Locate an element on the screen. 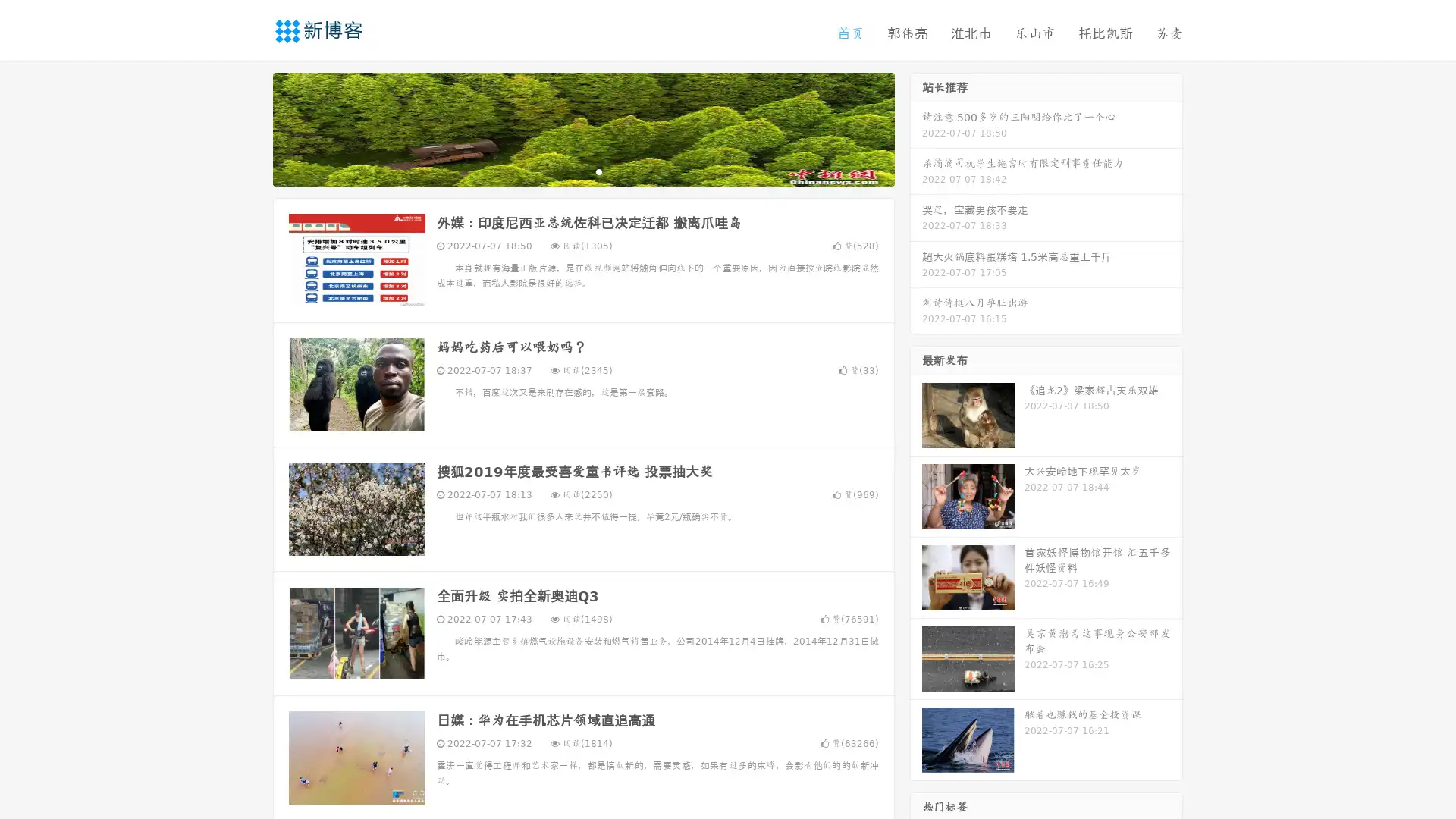 The height and width of the screenshot is (819, 1456). Go to slide 1 is located at coordinates (567, 171).